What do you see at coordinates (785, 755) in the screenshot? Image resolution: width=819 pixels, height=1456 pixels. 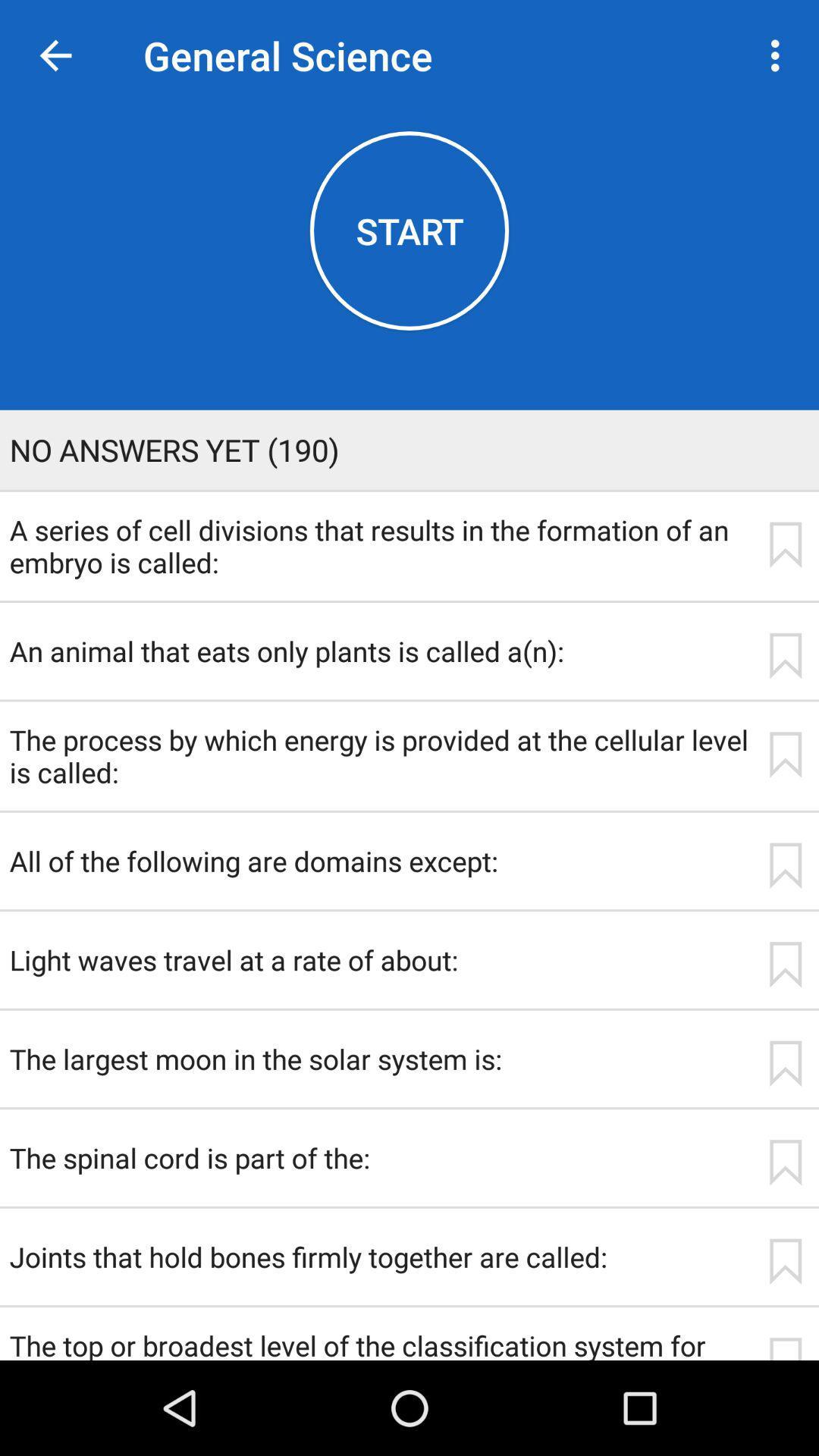 I see `app next to the the process by app` at bounding box center [785, 755].